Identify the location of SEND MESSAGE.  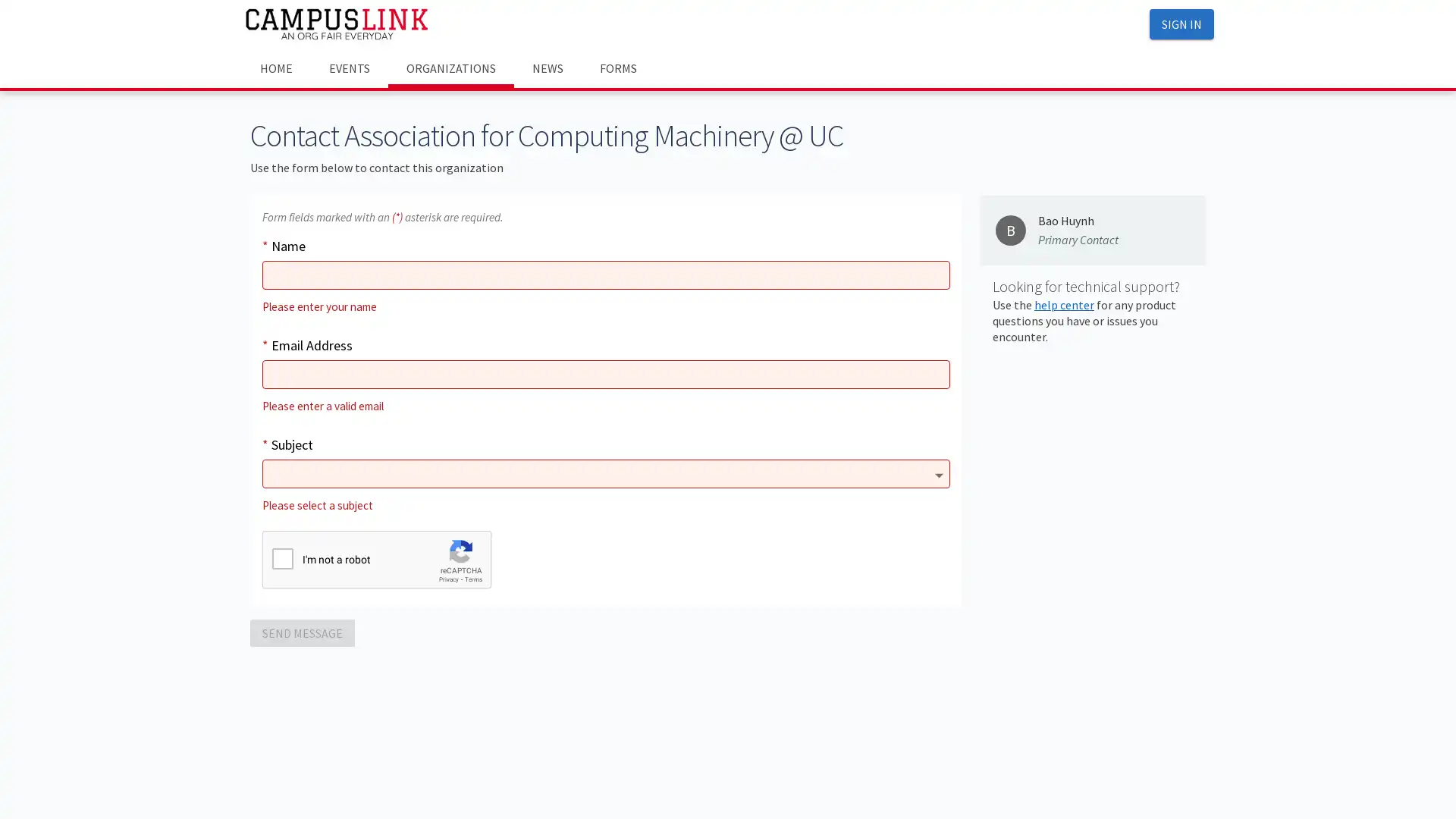
(302, 632).